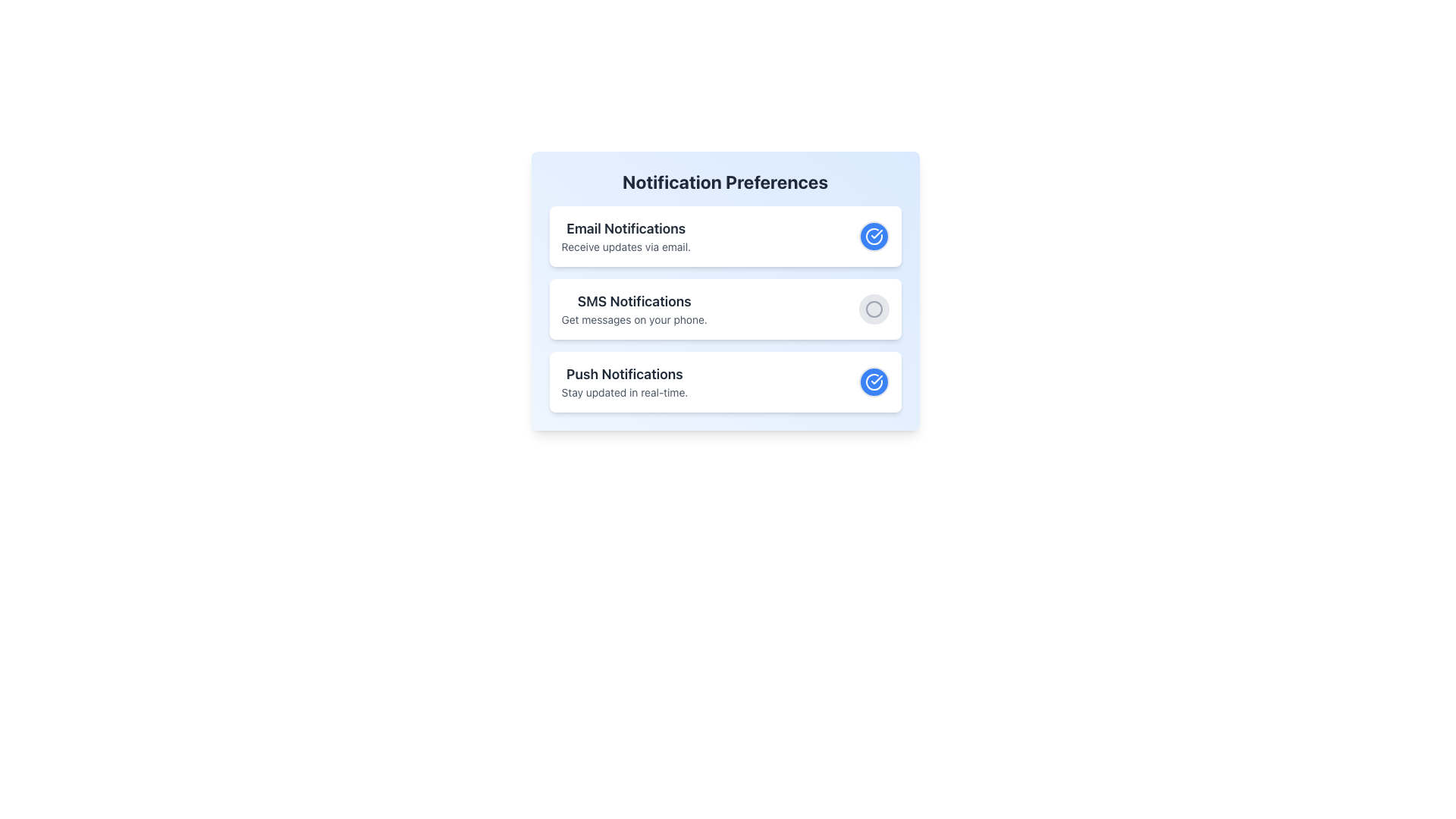 The image size is (1456, 819). Describe the element at coordinates (874, 309) in the screenshot. I see `the SMS Notifications icon, which indicates the status or action related to SMS notifications settings, located in the middle of the list` at that location.